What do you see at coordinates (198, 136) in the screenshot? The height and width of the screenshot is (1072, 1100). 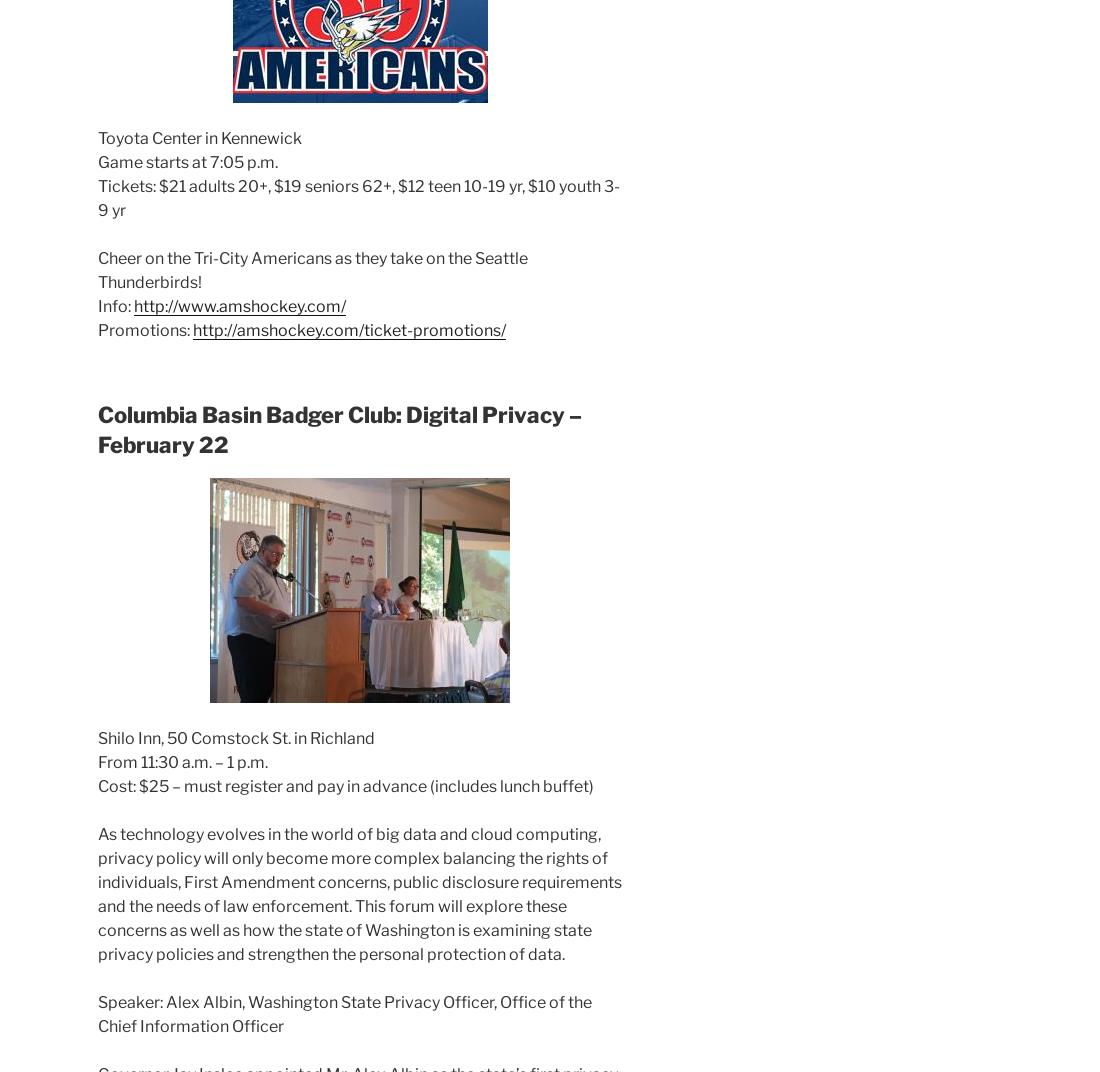 I see `'Toyota Center in Kennewick'` at bounding box center [198, 136].